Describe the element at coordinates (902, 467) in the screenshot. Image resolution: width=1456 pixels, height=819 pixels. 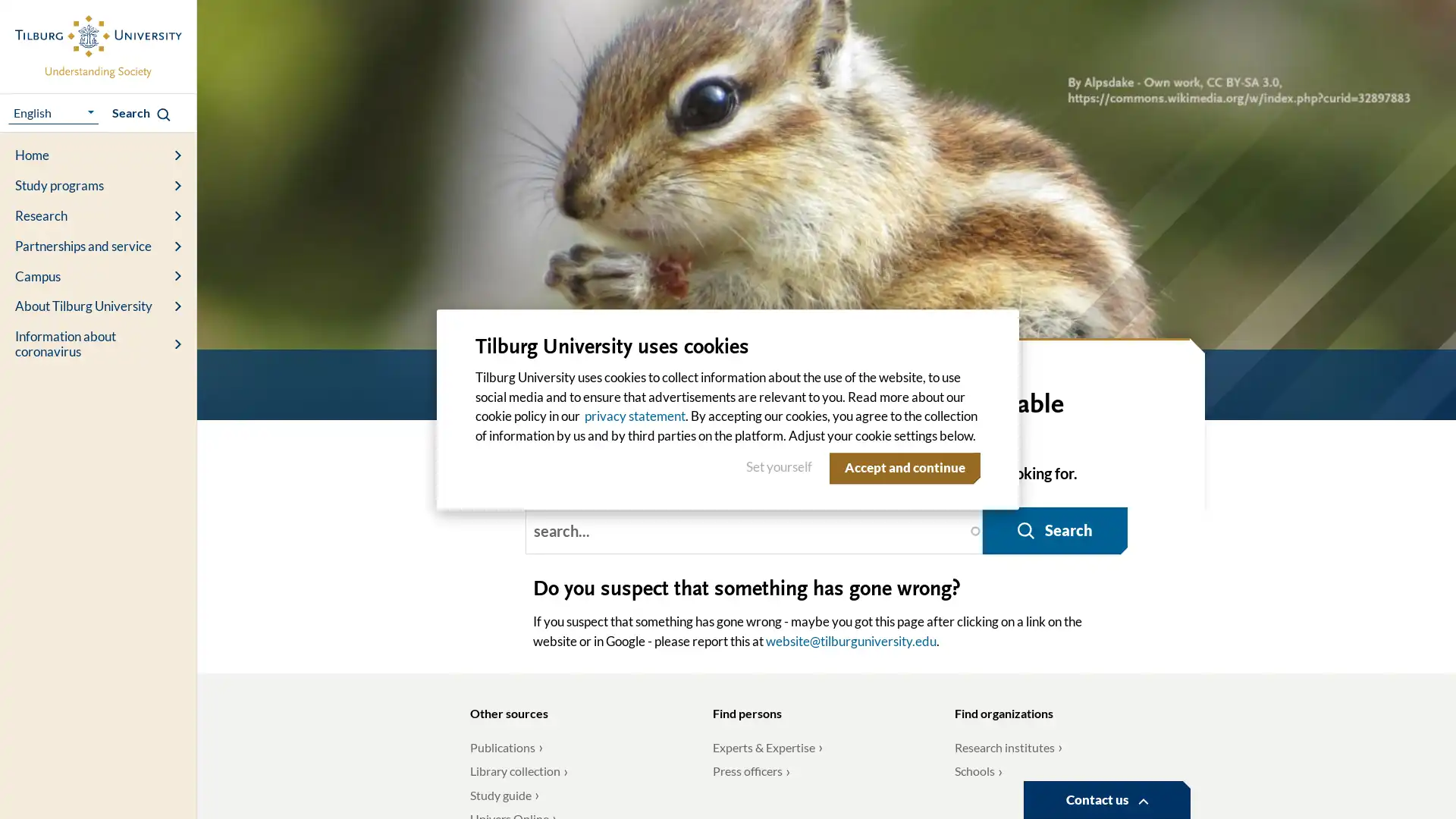
I see `Accept and continue` at that location.